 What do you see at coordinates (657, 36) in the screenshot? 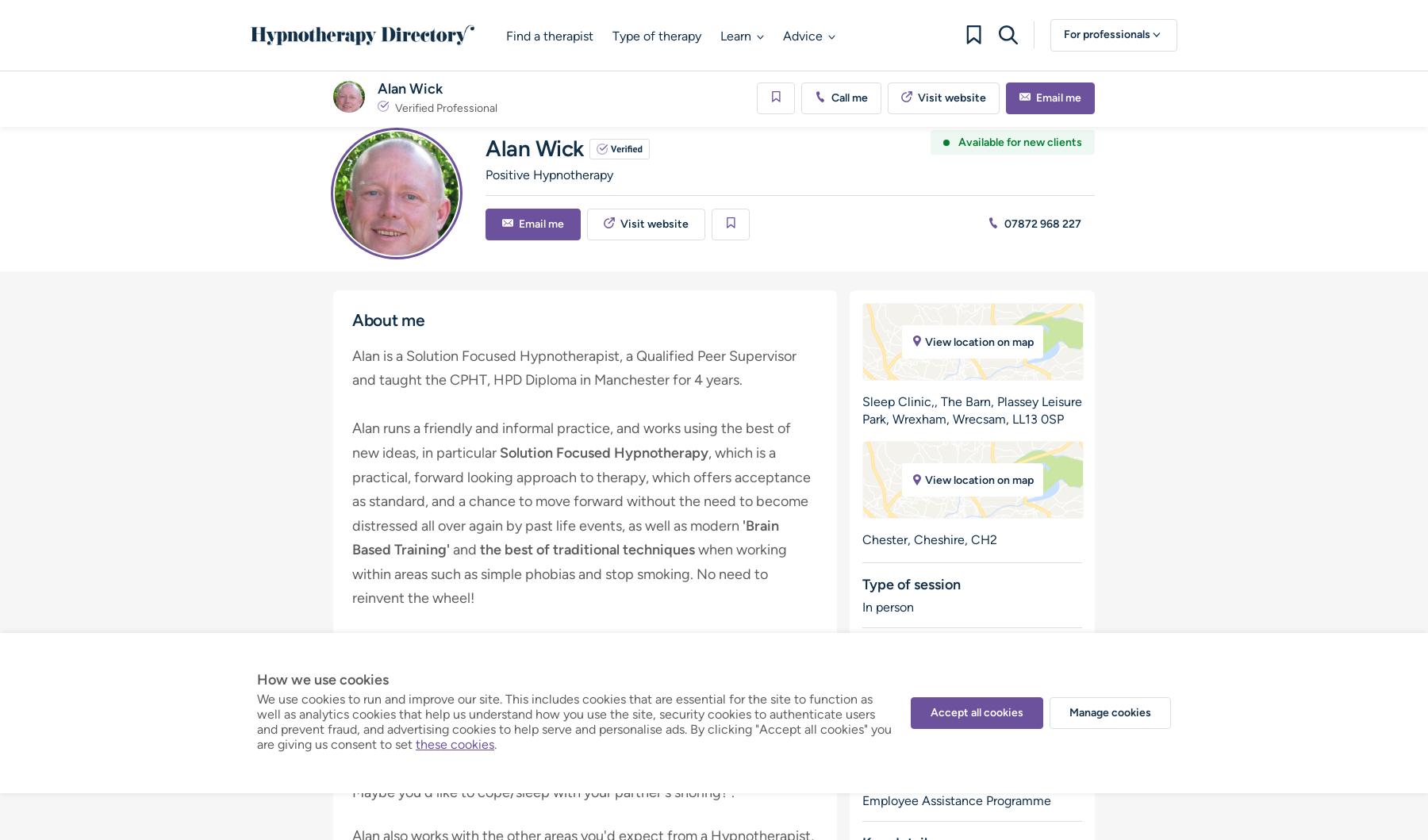
I see `'Type of therapy'` at bounding box center [657, 36].